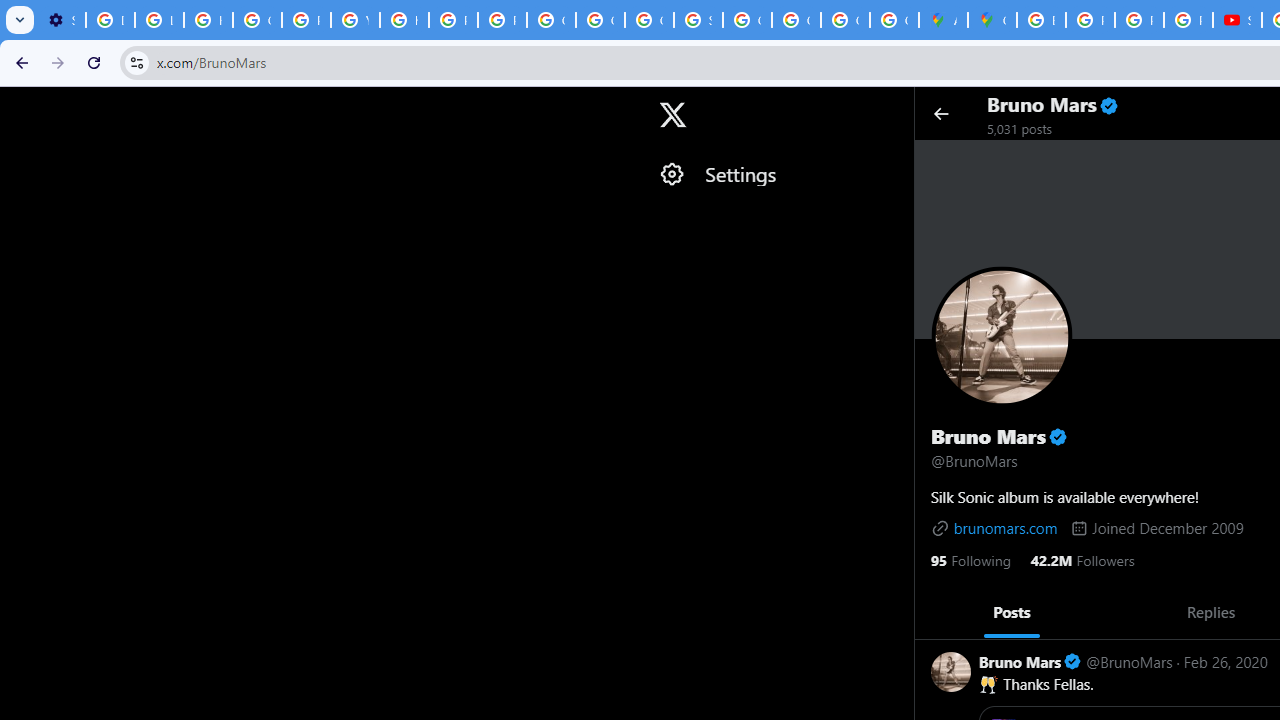  What do you see at coordinates (992, 20) in the screenshot?
I see `'Google Maps'` at bounding box center [992, 20].